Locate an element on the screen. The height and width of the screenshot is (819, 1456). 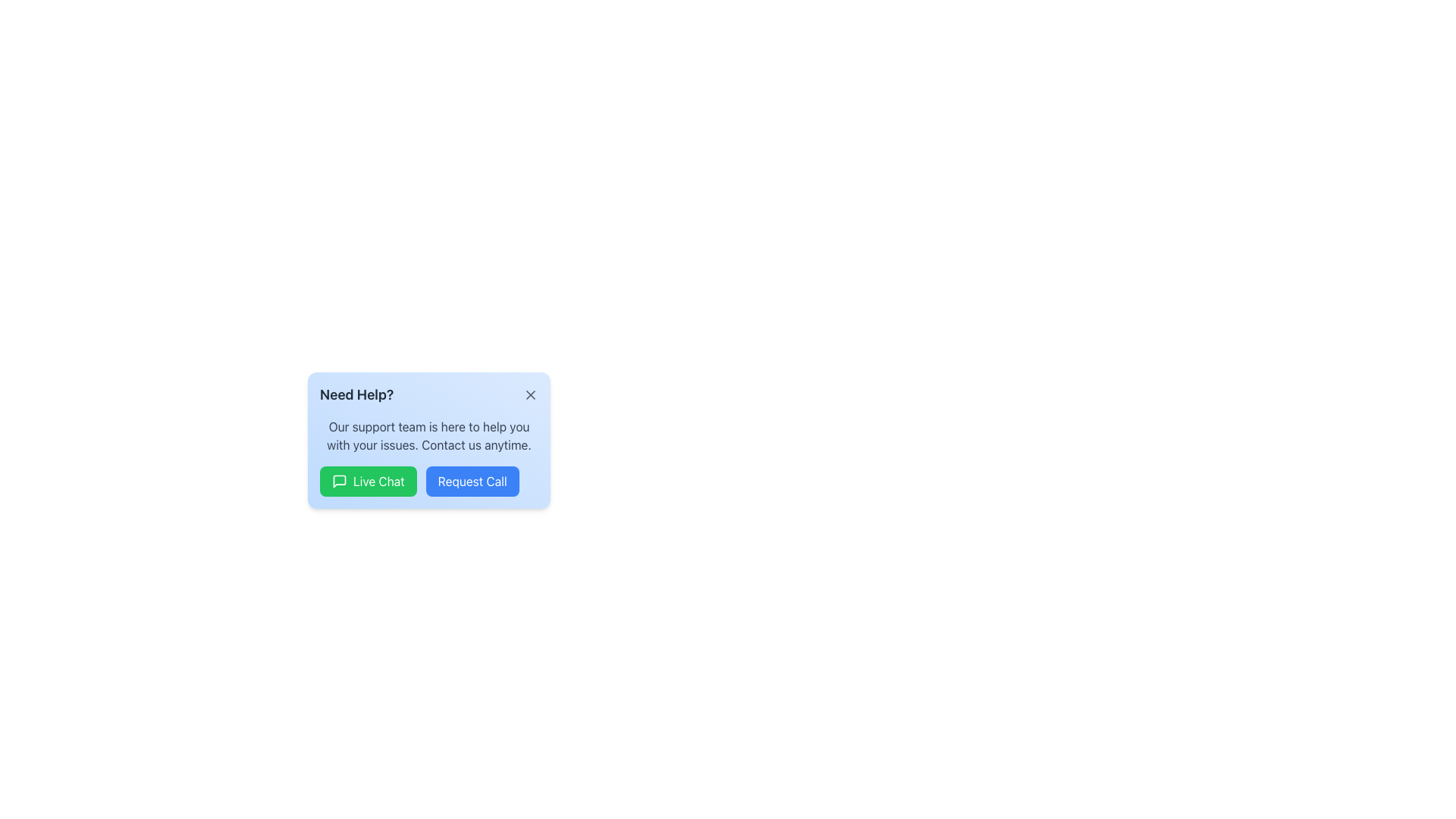
the bold text label displaying 'Need Help?' to emphasize it is located at coordinates (356, 394).